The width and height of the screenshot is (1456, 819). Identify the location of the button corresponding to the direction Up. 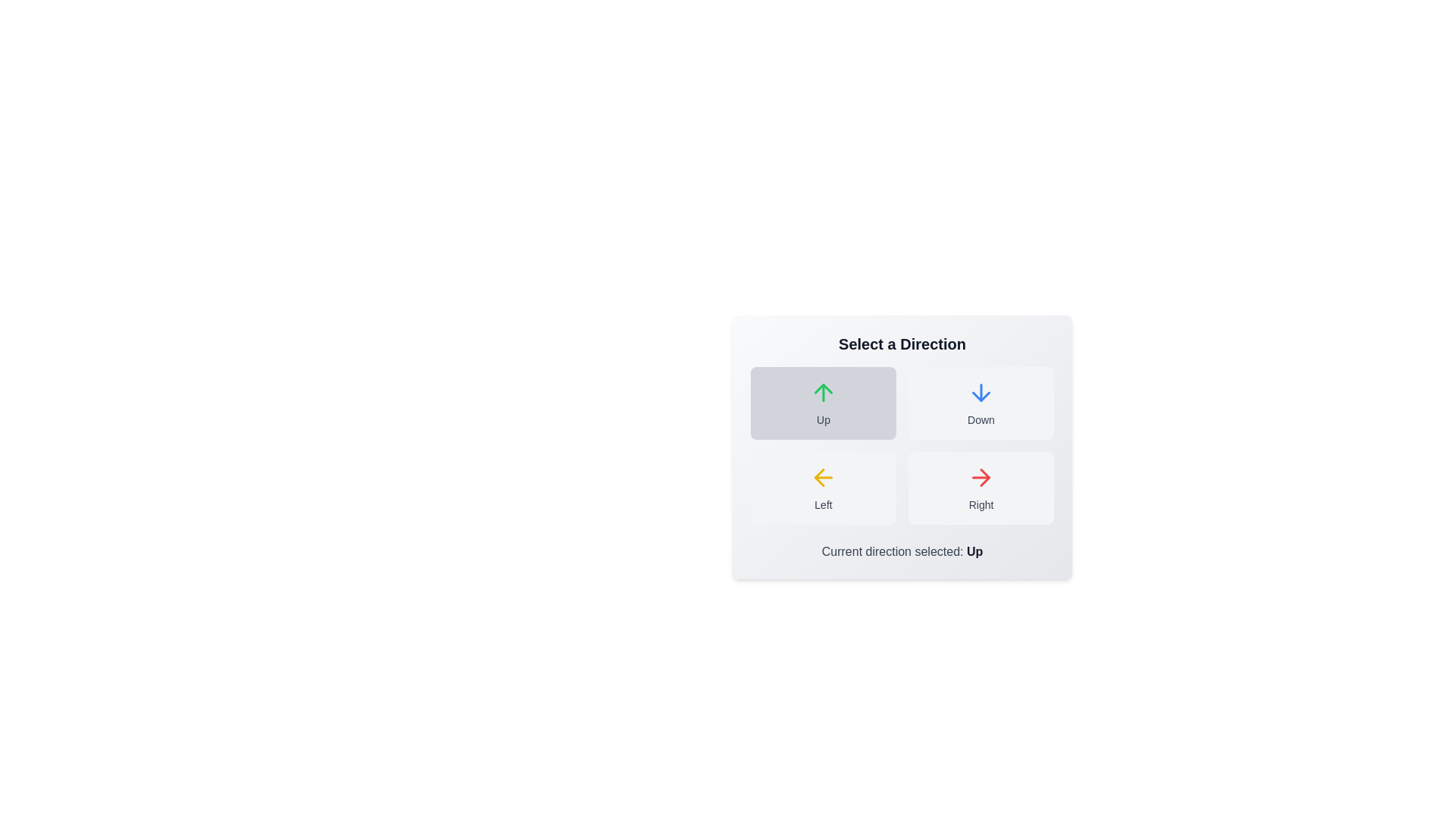
(822, 403).